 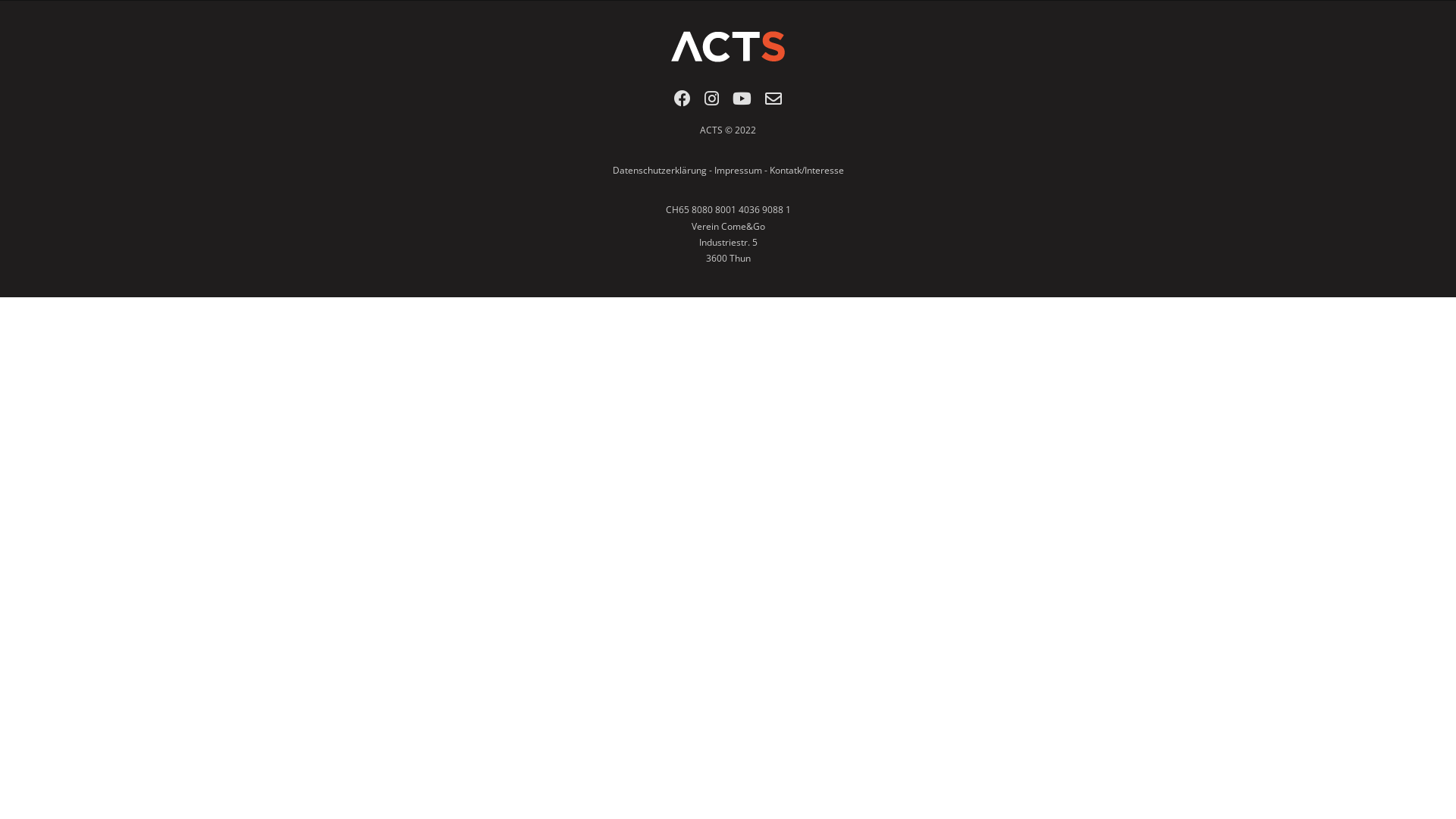 I want to click on 'email', so click(x=773, y=102).